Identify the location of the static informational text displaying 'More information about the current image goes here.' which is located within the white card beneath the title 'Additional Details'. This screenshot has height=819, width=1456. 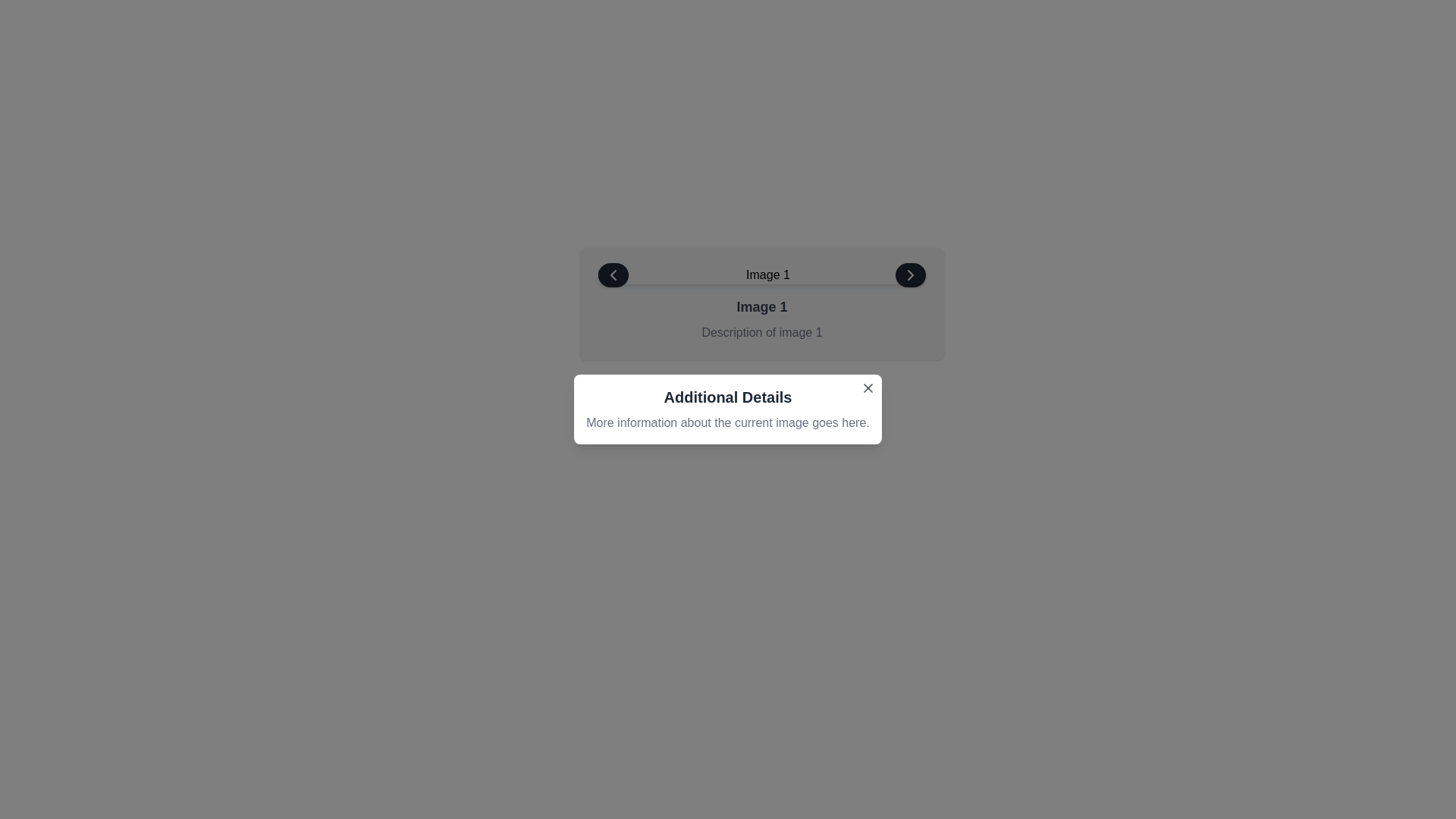
(728, 423).